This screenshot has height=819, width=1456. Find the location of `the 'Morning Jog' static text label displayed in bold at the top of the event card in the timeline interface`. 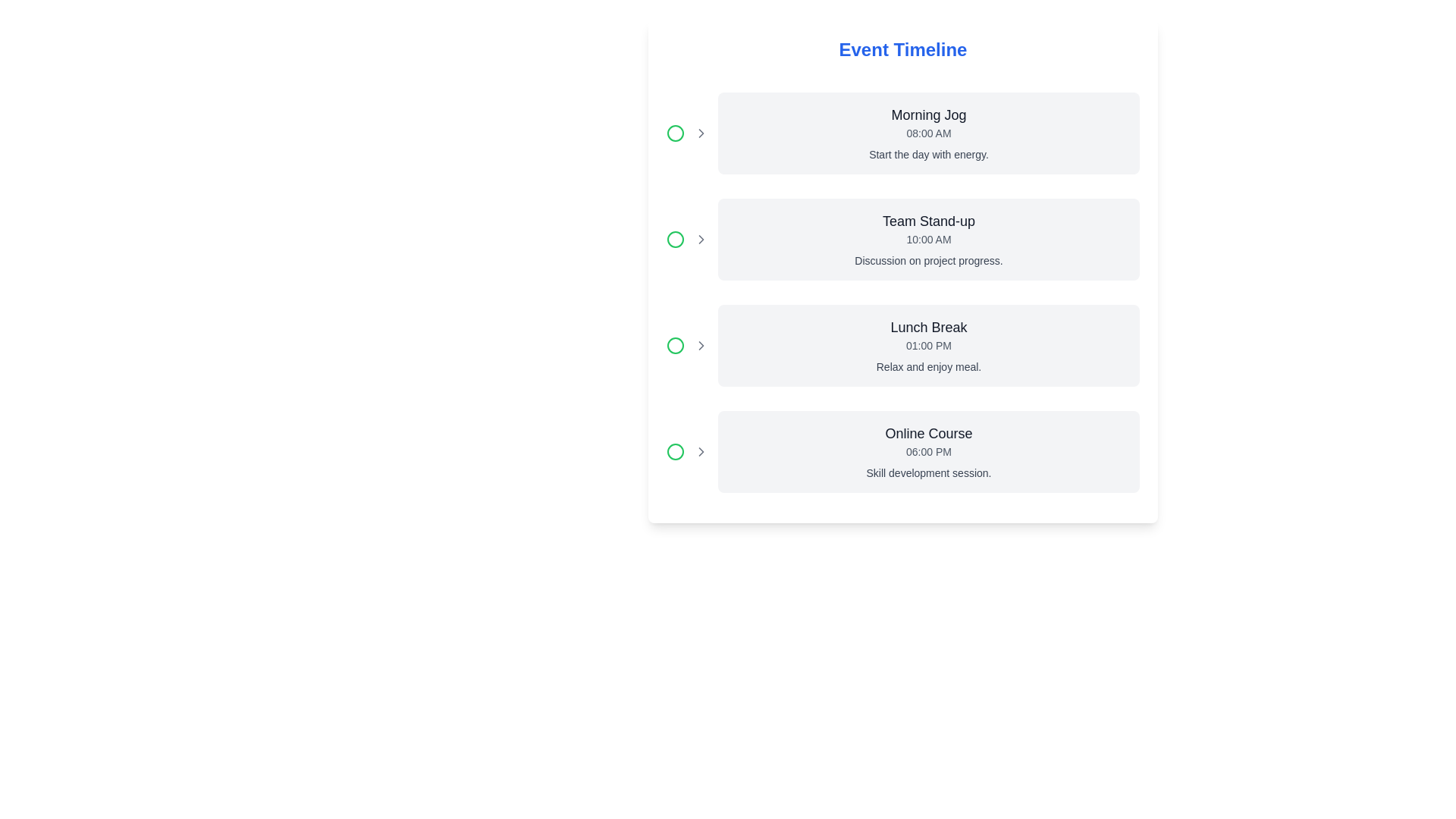

the 'Morning Jog' static text label displayed in bold at the top of the event card in the timeline interface is located at coordinates (927, 114).